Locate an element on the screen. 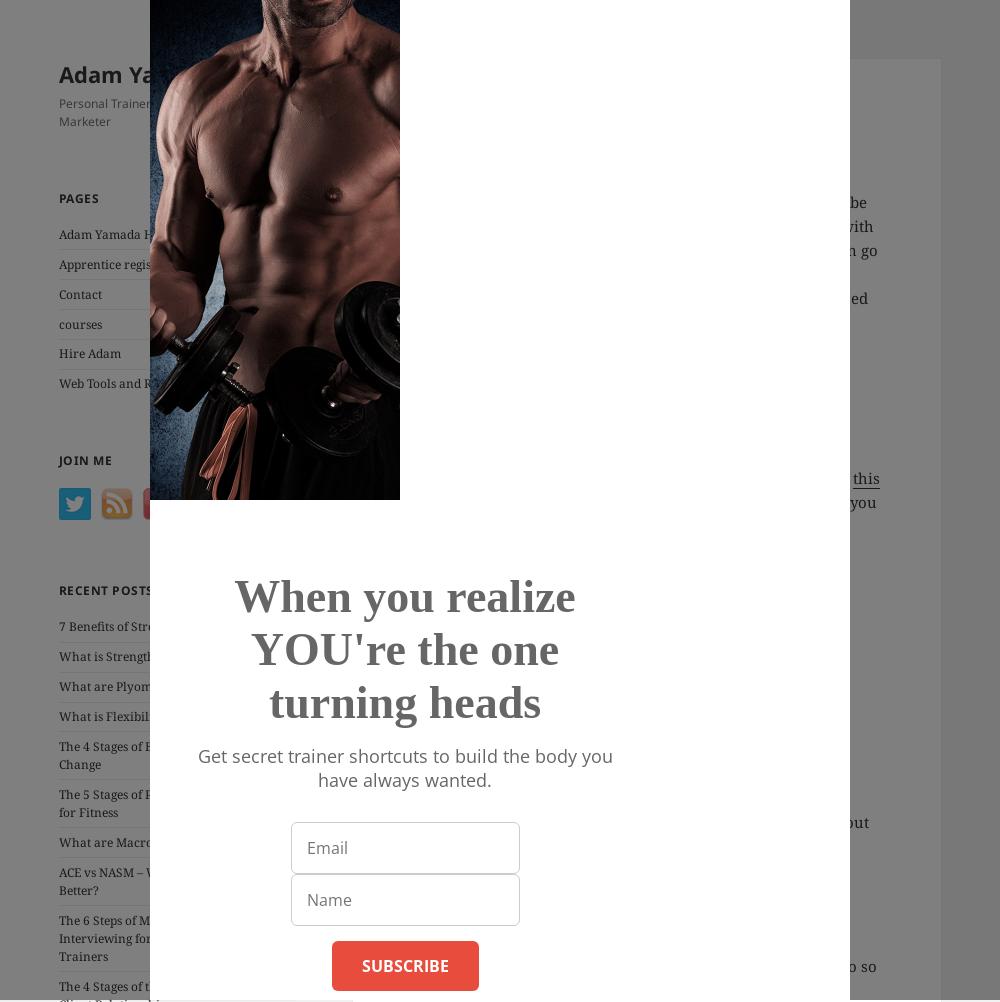 The width and height of the screenshot is (1000, 1002). 'A domain name acts as your “frontdoor” to the internet.  You won't be able to setup a website without a domain name, like' is located at coordinates (631, 464).